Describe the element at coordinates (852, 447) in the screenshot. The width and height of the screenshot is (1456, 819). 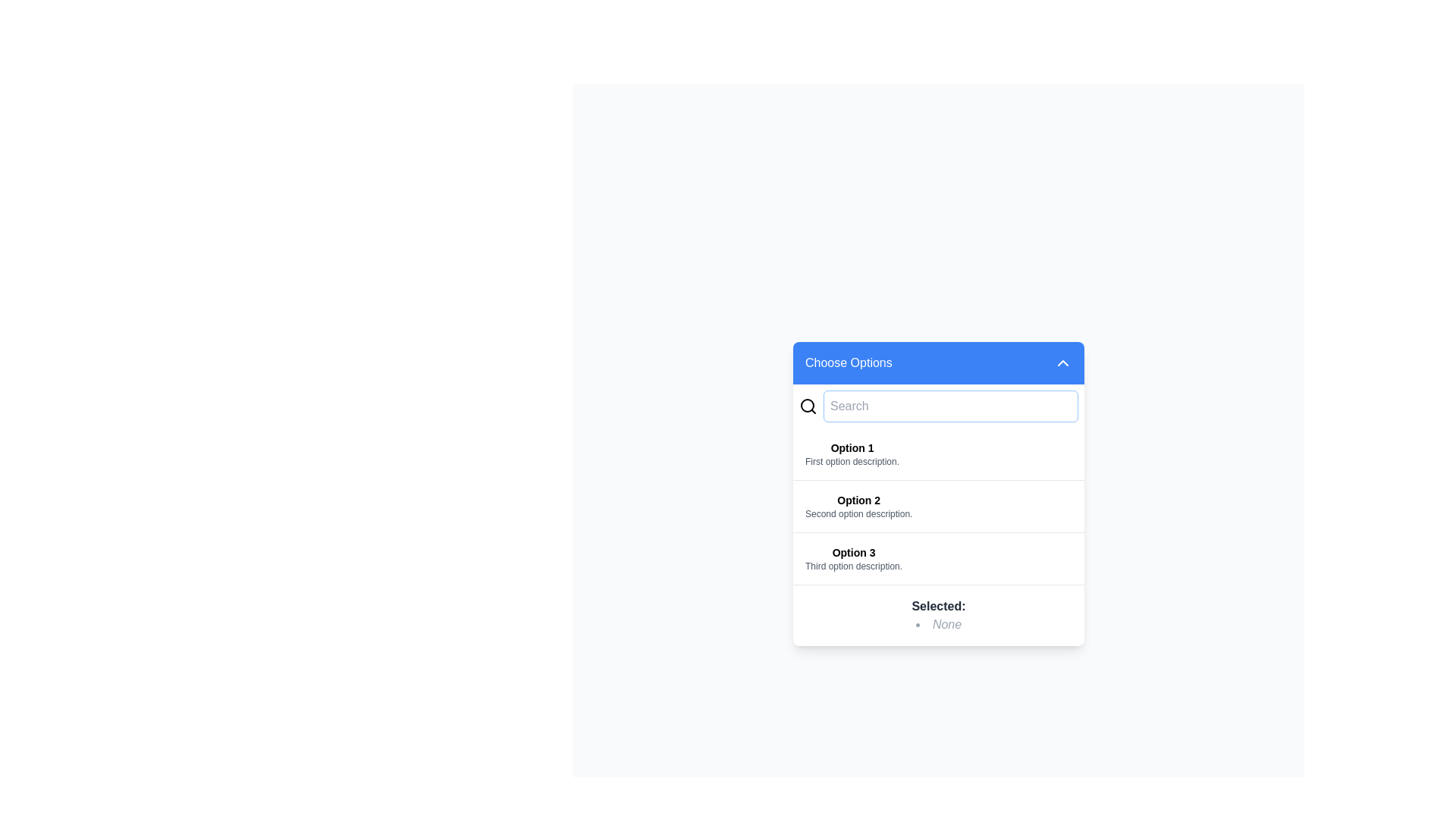
I see `the text label displaying 'Option 1', which is the first selectable option in a dropdown menu` at that location.